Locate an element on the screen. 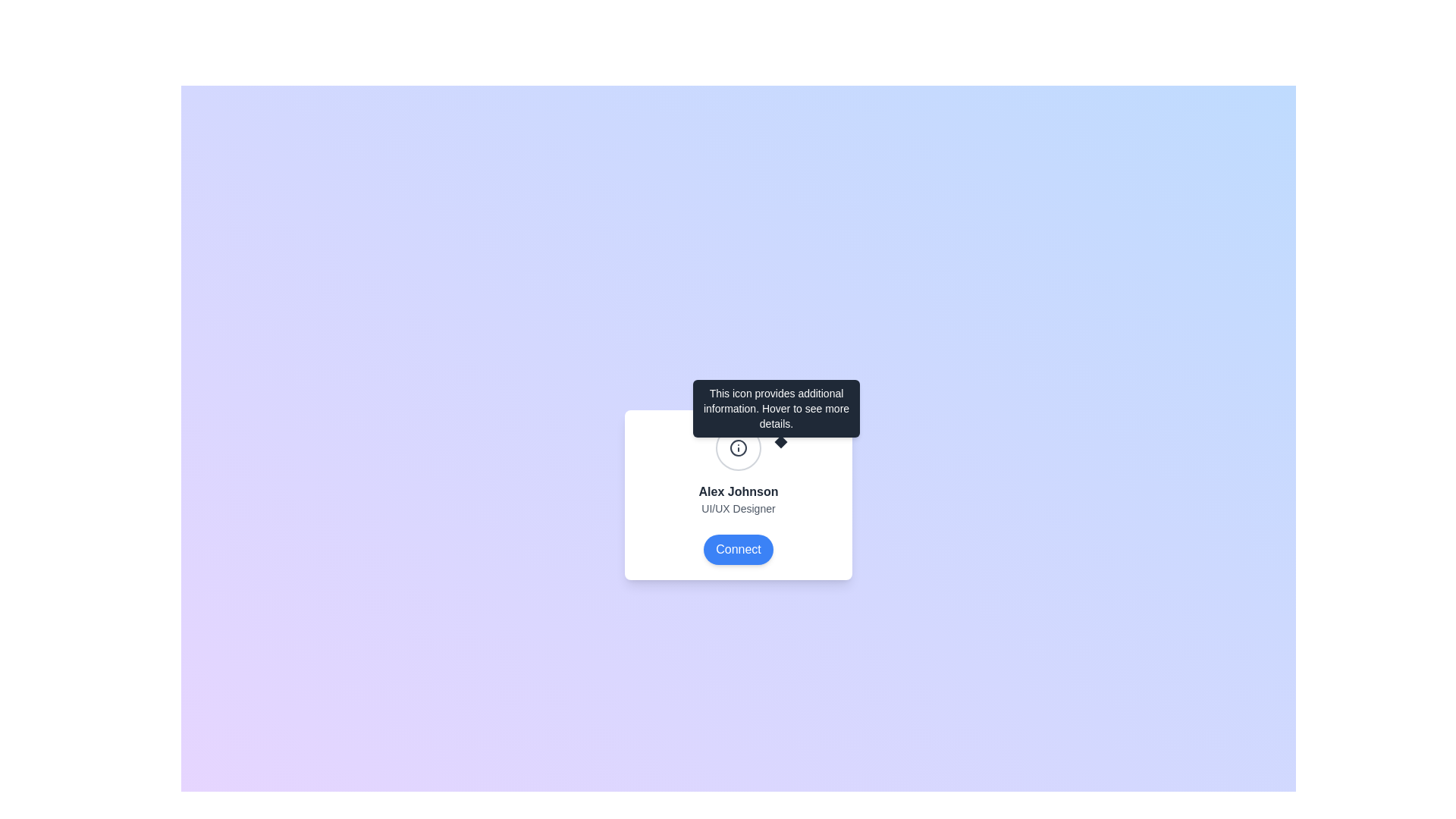 This screenshot has width=1456, height=819. the tooltip that provides auxiliary information about the associated 'i' information icon in the user profile section to read the message is located at coordinates (776, 408).